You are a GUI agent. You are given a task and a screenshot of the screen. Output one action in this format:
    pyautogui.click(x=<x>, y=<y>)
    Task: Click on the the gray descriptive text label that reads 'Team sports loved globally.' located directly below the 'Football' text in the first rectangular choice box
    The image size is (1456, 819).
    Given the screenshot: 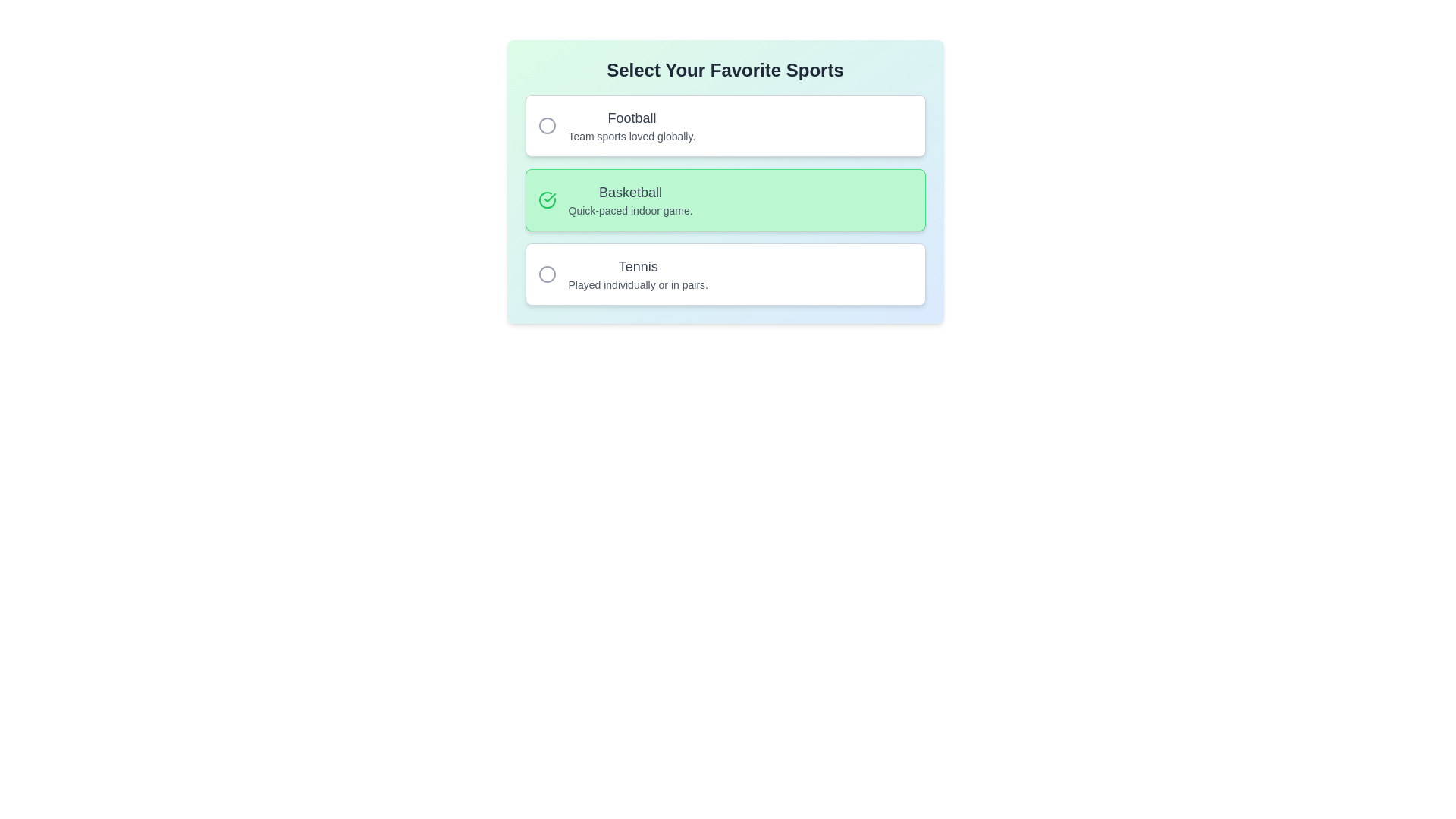 What is the action you would take?
    pyautogui.click(x=632, y=136)
    